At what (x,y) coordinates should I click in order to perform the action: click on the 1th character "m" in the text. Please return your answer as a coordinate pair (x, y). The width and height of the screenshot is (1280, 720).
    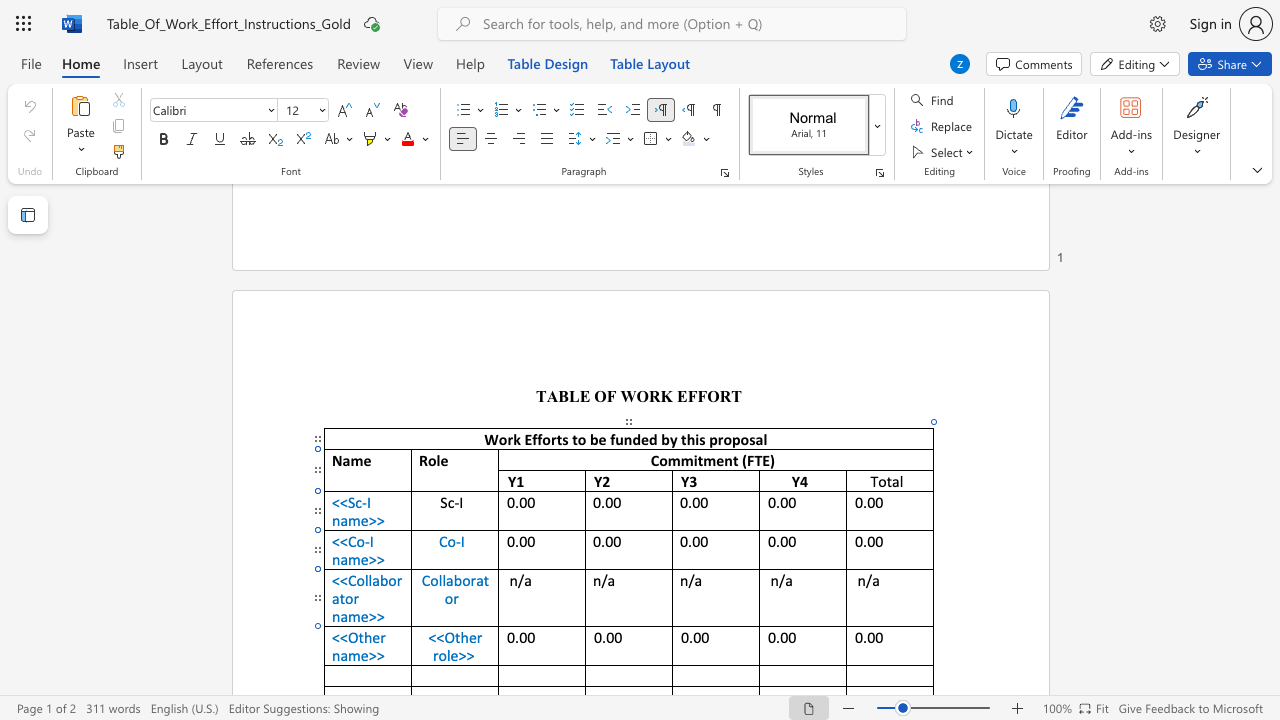
    Looking at the image, I should click on (354, 655).